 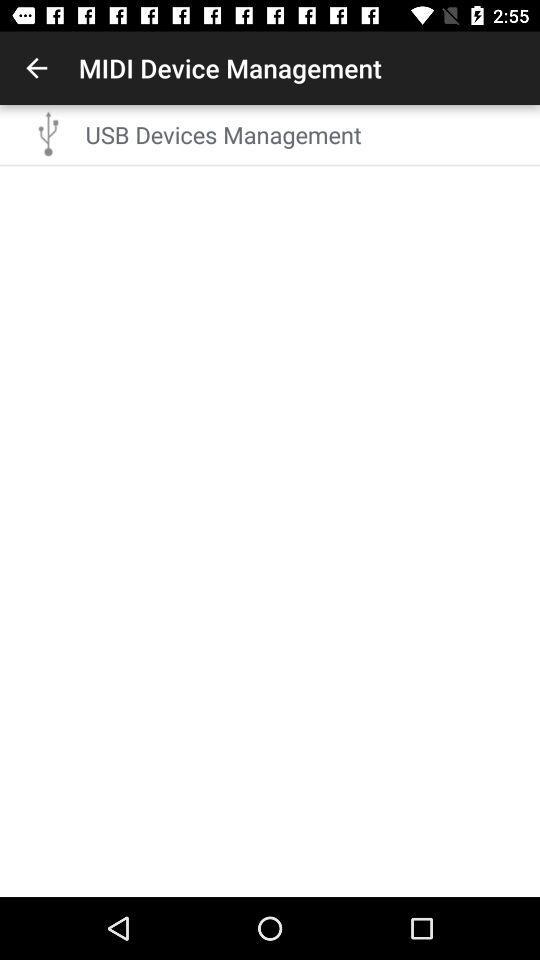 I want to click on app to the left of midi device management item, so click(x=36, y=68).